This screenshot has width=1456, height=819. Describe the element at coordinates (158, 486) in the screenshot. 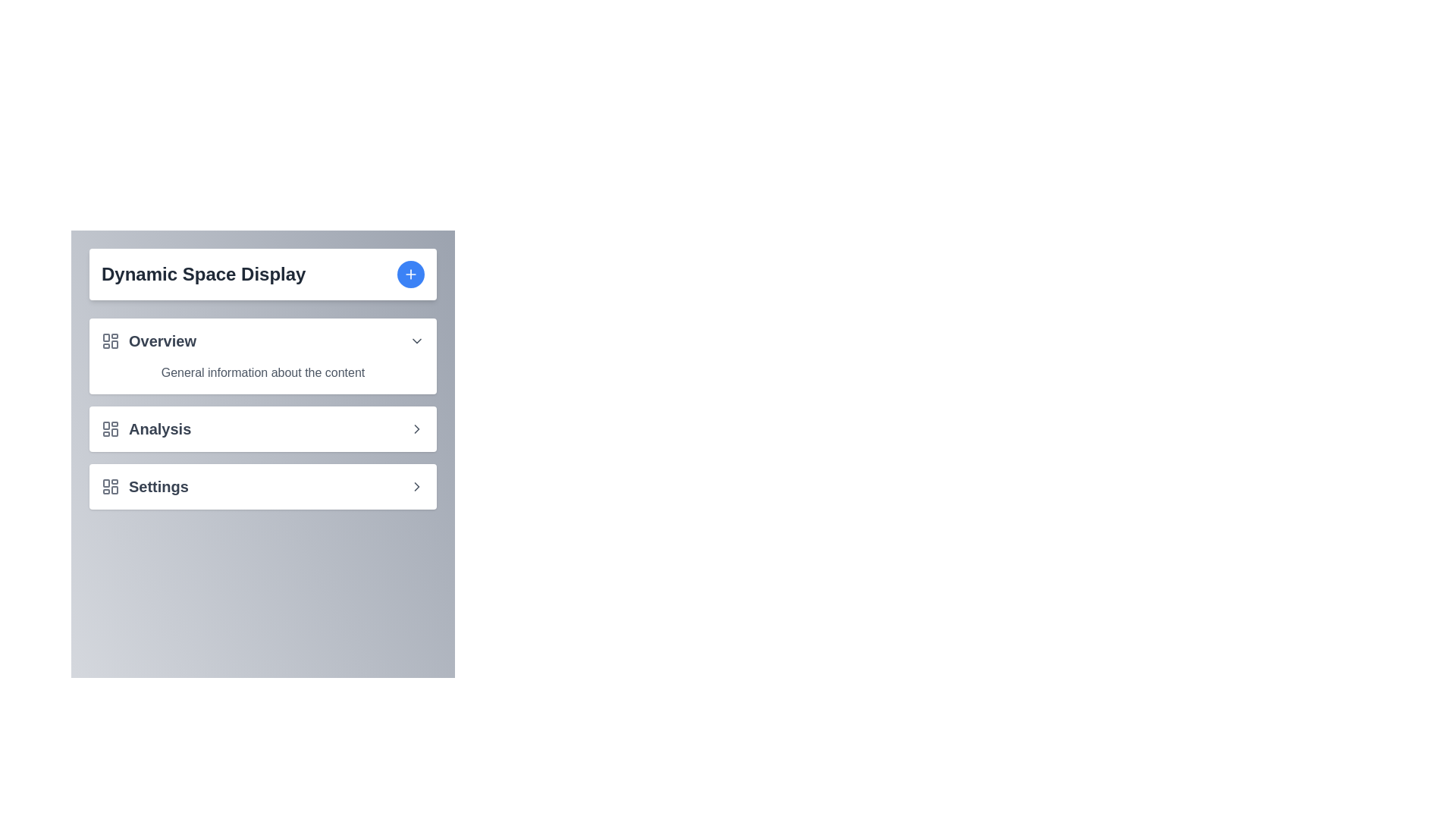

I see `text label that indicates the Settings section of the application interface, which is the third option in the menu list beneath 'Analysis'` at that location.